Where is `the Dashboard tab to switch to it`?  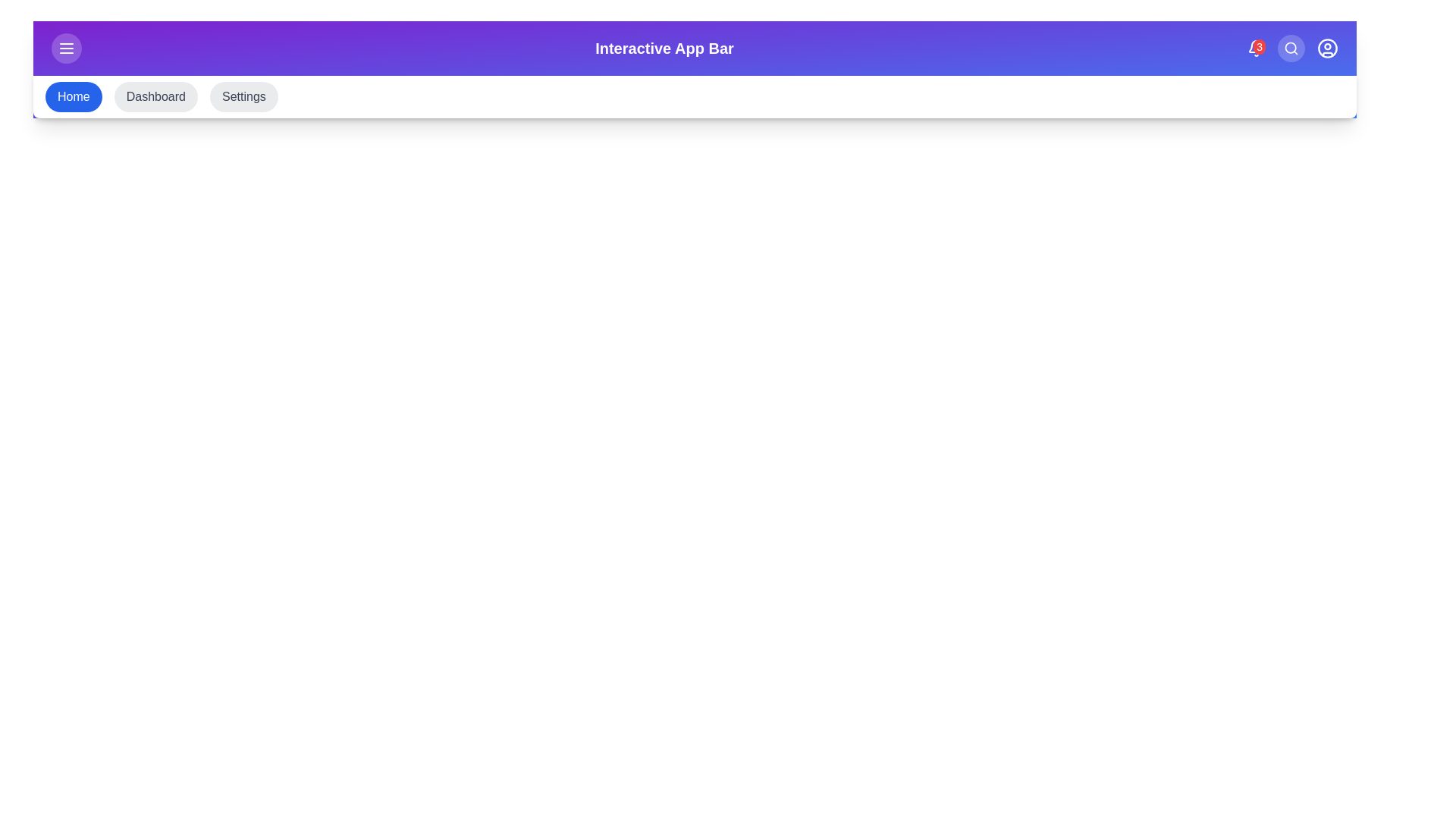 the Dashboard tab to switch to it is located at coordinates (155, 96).